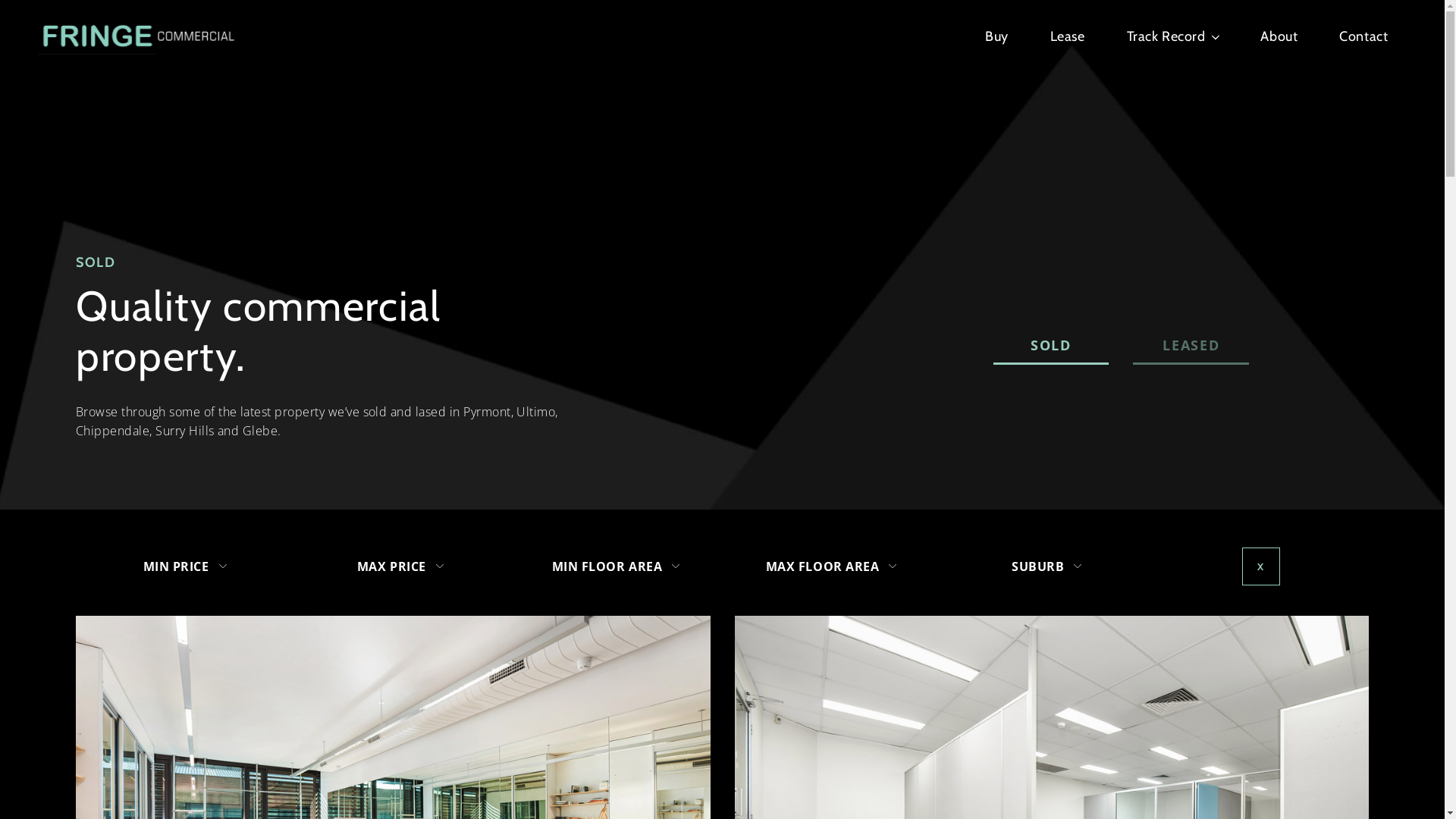 Image resolution: width=1456 pixels, height=819 pixels. I want to click on 'LEASED', so click(1190, 346).